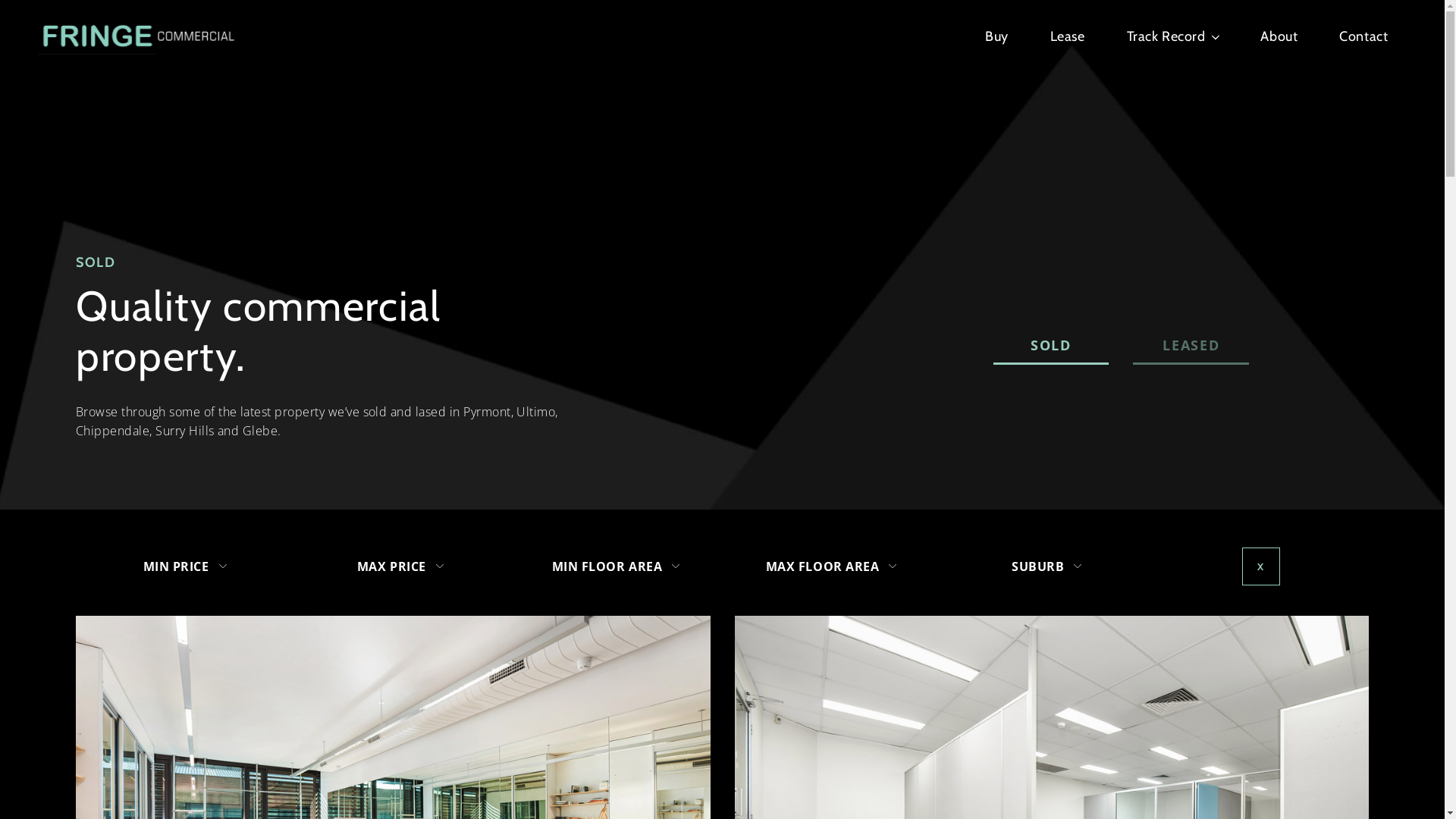 Image resolution: width=1456 pixels, height=819 pixels. I want to click on 'LEASED', so click(1190, 346).